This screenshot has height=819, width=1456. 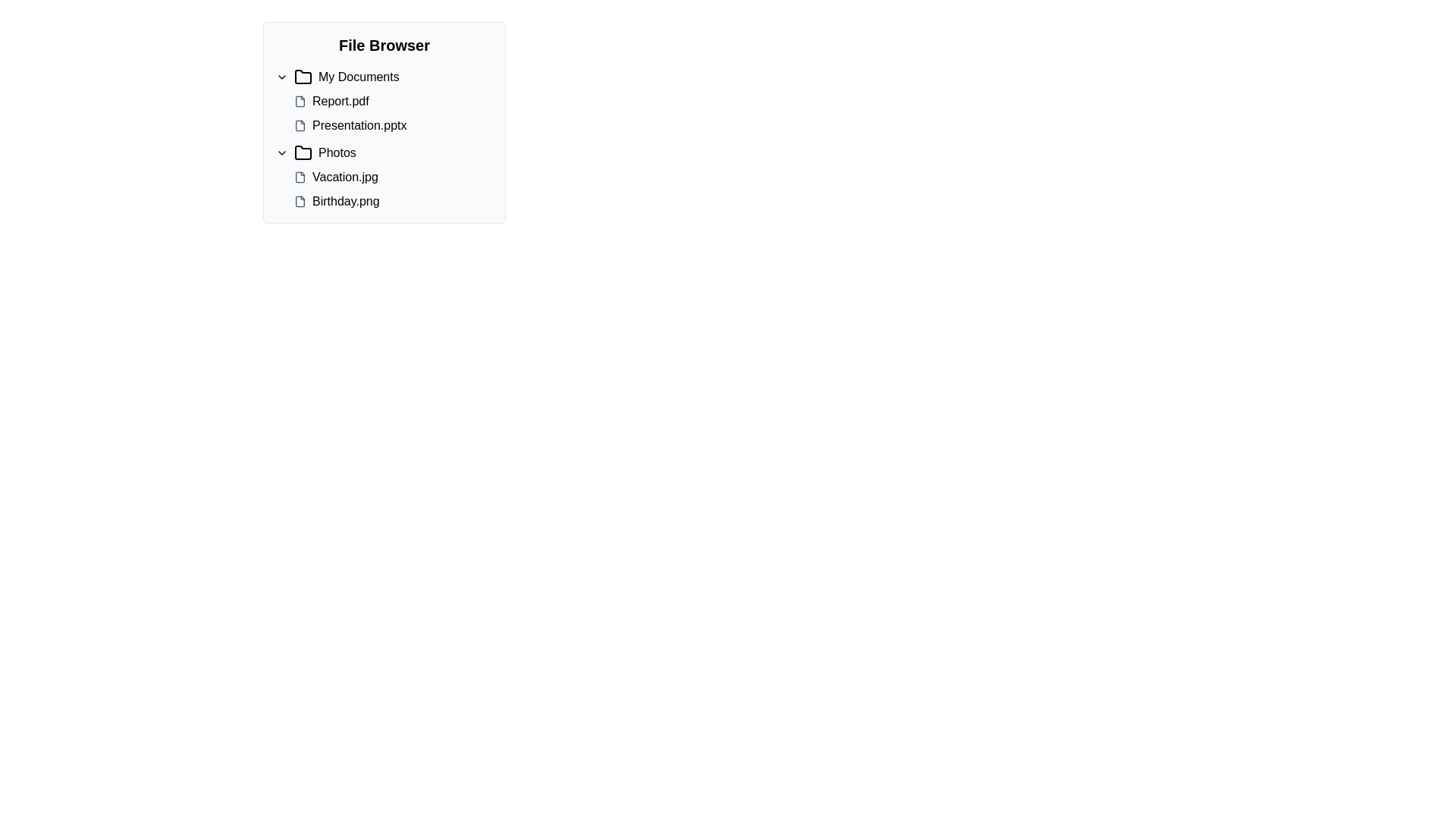 What do you see at coordinates (303, 152) in the screenshot?
I see `the folder icon representing the 'Photos' directory` at bounding box center [303, 152].